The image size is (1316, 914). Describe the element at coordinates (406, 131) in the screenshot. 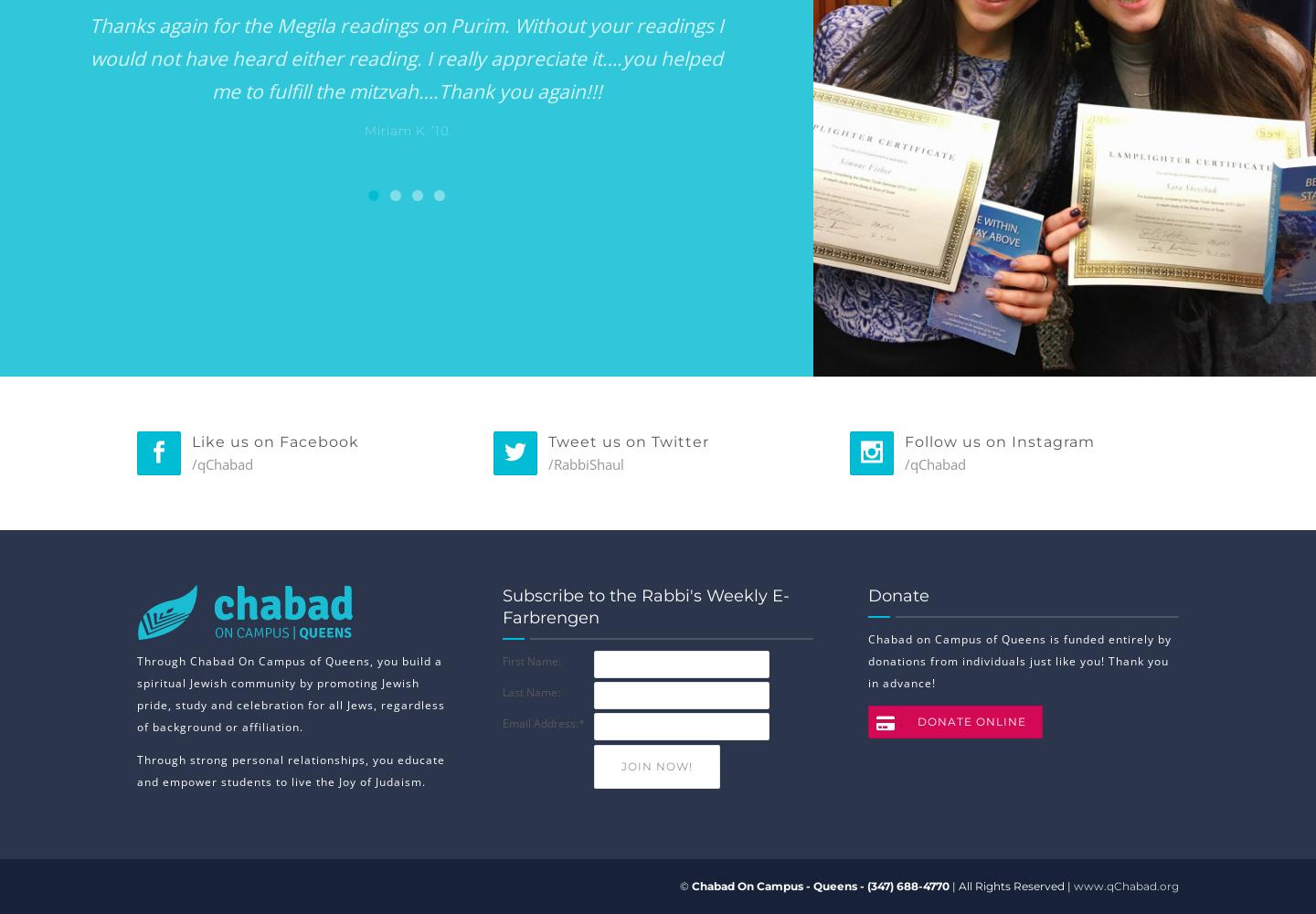

I see `'Miriam K. ’10'` at that location.